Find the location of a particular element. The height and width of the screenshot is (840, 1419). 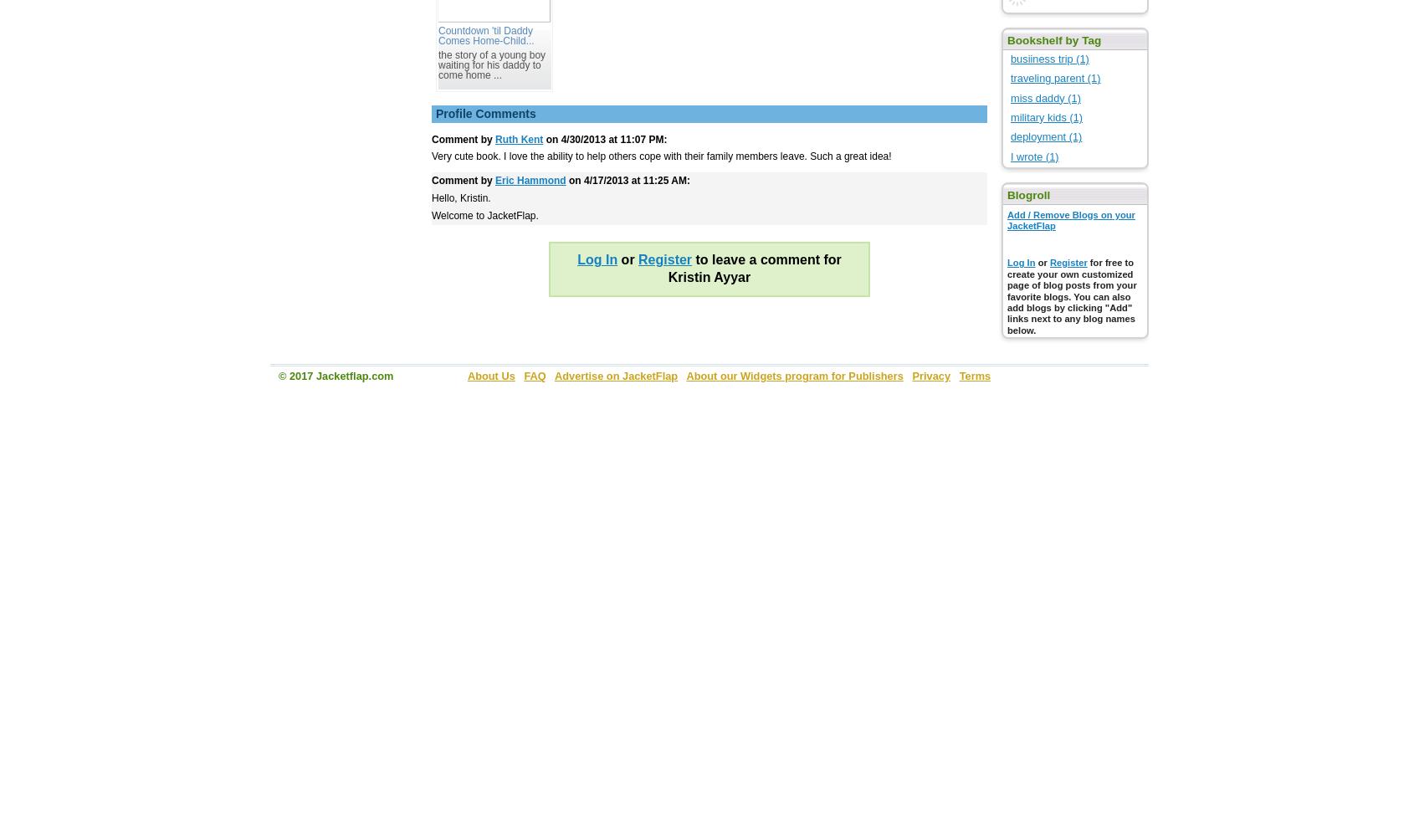

'About our Widgets program for Publishers' is located at coordinates (685, 375).